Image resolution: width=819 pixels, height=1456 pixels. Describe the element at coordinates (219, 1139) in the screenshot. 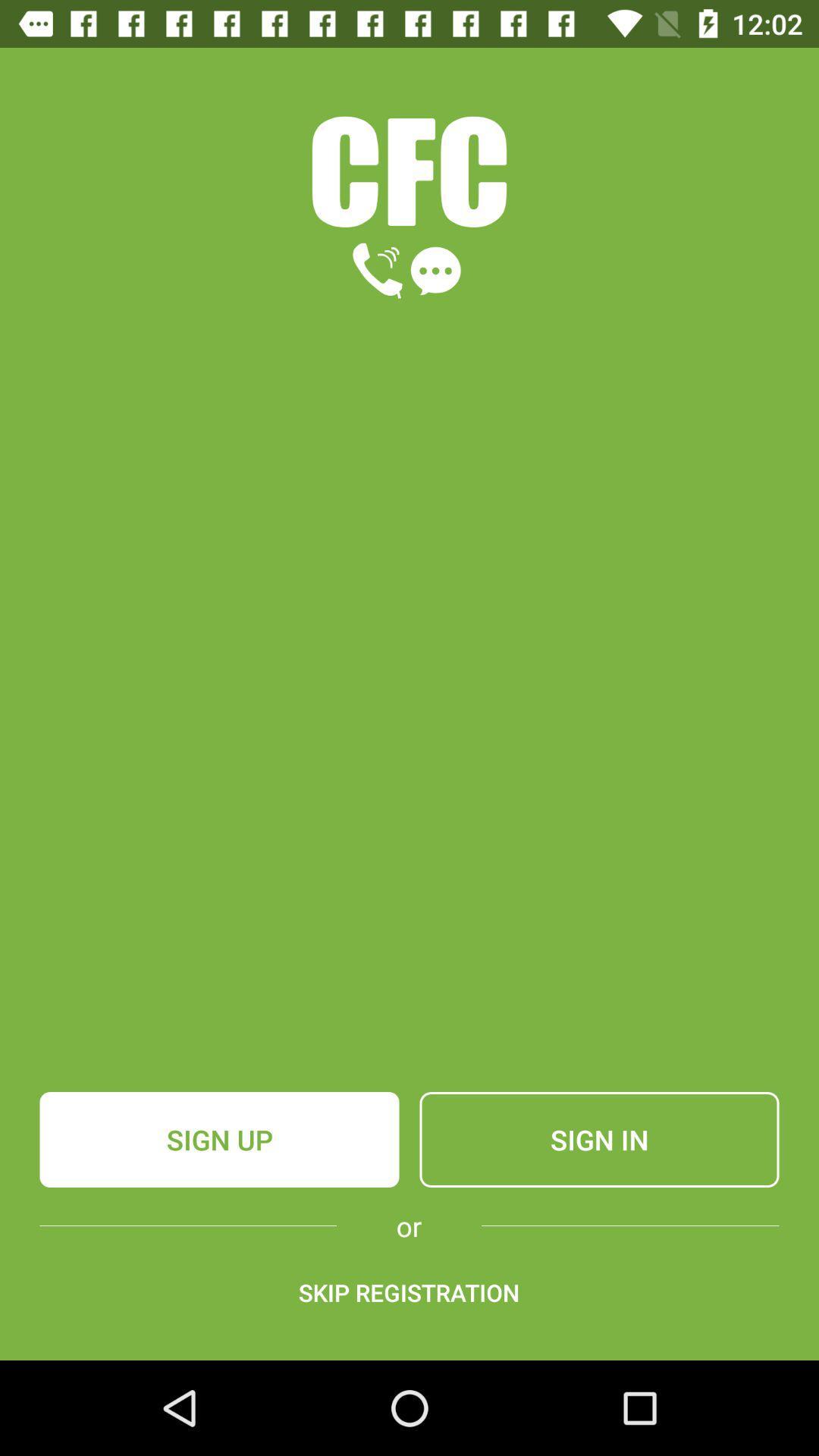

I see `item to the left of the sign in icon` at that location.